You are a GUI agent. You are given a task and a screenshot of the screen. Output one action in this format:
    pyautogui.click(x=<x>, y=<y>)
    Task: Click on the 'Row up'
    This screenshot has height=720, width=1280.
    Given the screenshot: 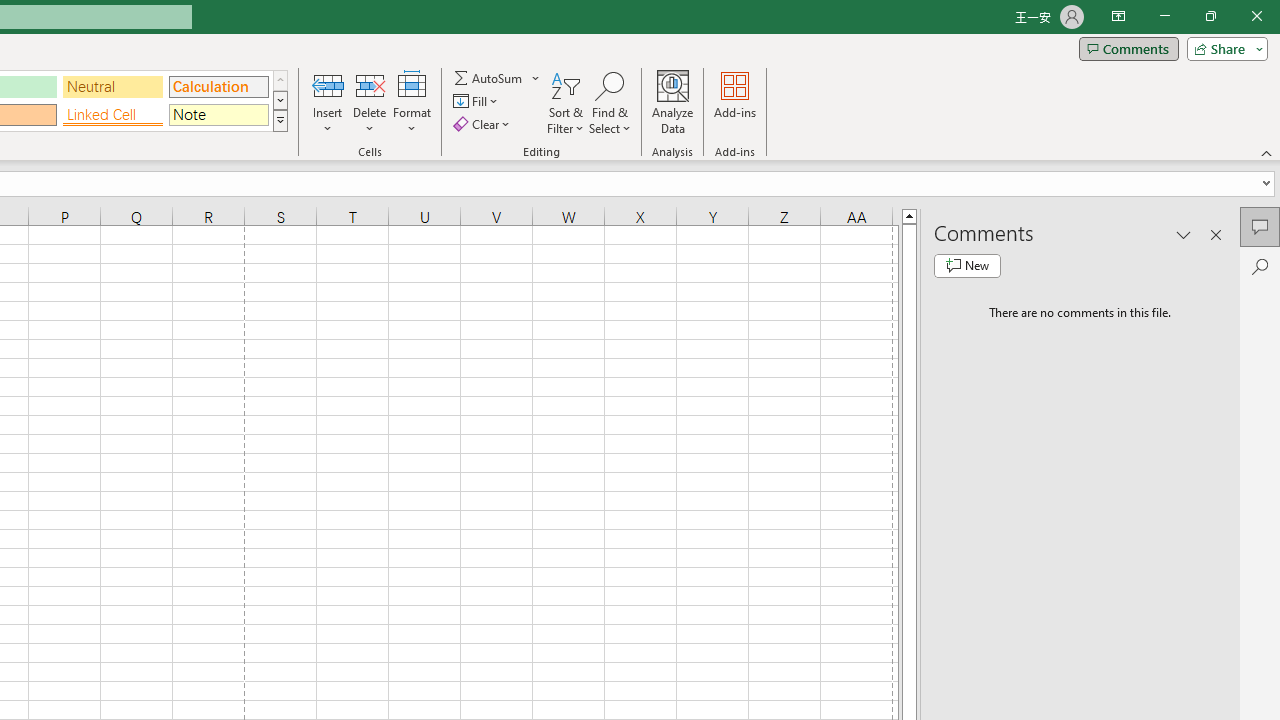 What is the action you would take?
    pyautogui.click(x=279, y=79)
    